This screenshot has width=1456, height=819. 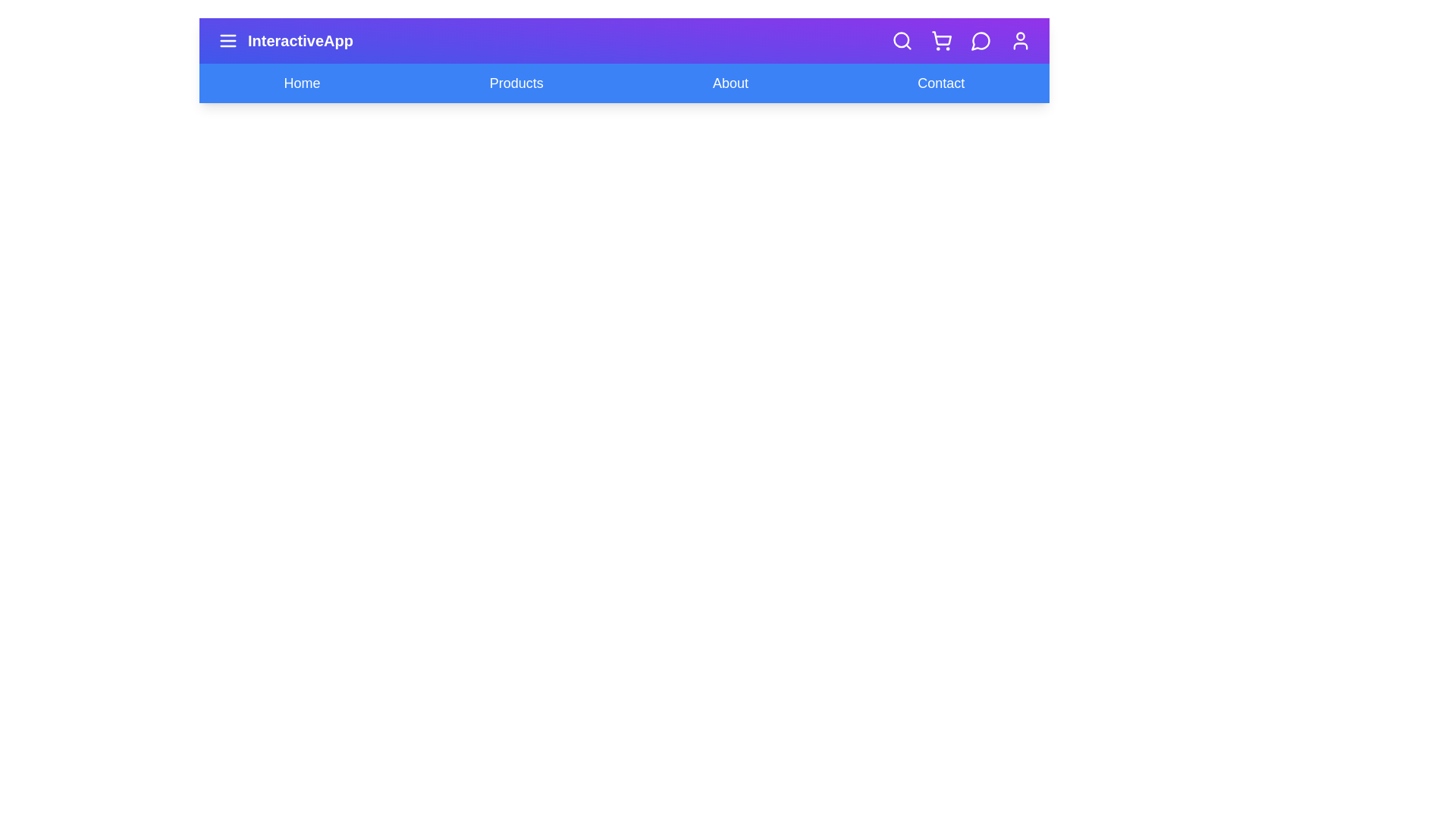 What do you see at coordinates (302, 83) in the screenshot?
I see `the navigation link Home` at bounding box center [302, 83].